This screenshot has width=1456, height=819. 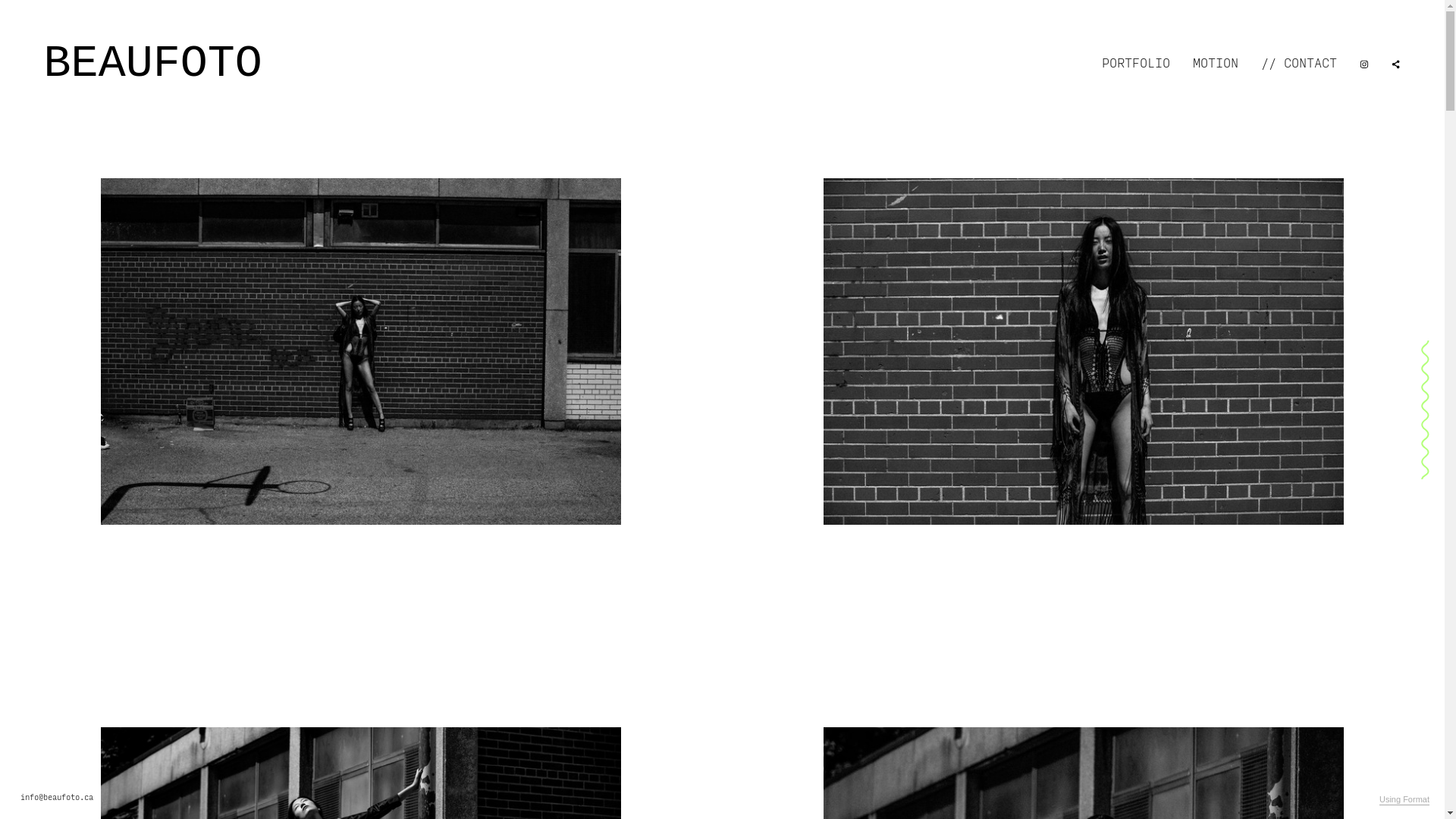 I want to click on '// CONTACT', so click(x=1298, y=63).